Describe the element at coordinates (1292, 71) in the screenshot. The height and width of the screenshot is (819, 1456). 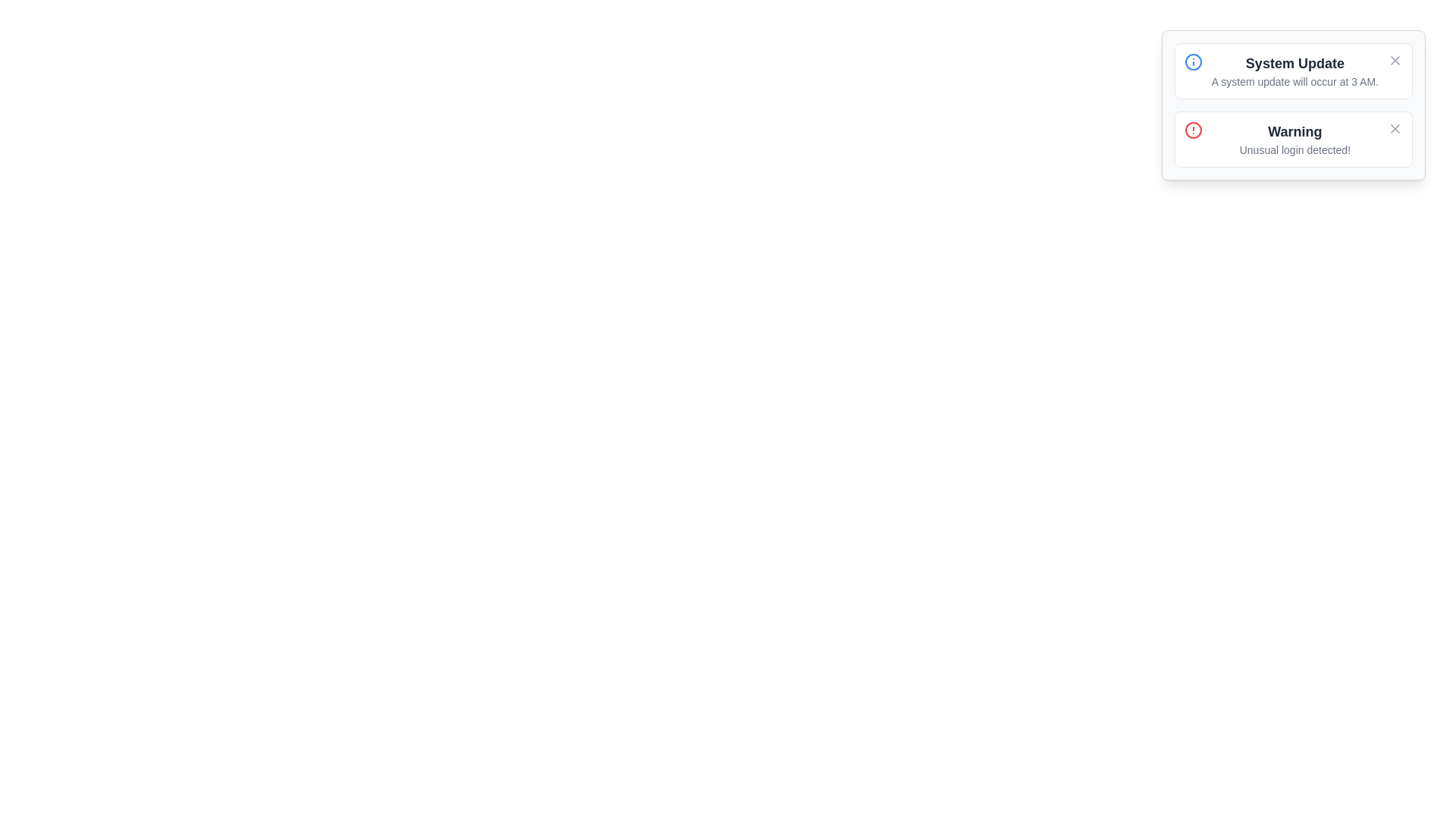
I see `information displayed on the Notification card with the header 'System Update' and text 'A system update will occur at 3 AM.'` at that location.